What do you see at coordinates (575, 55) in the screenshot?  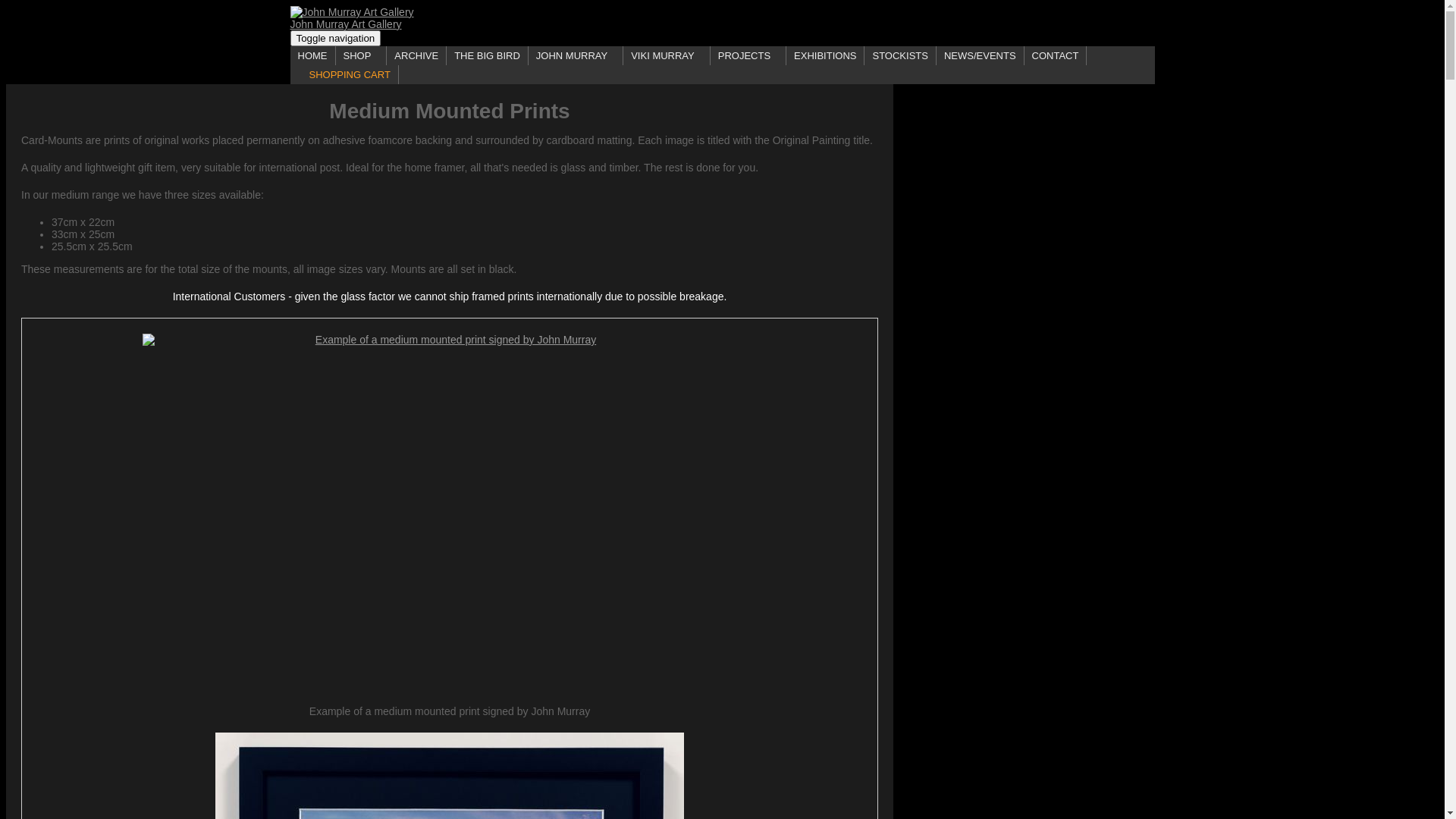 I see `'JOHN MURRAY'` at bounding box center [575, 55].